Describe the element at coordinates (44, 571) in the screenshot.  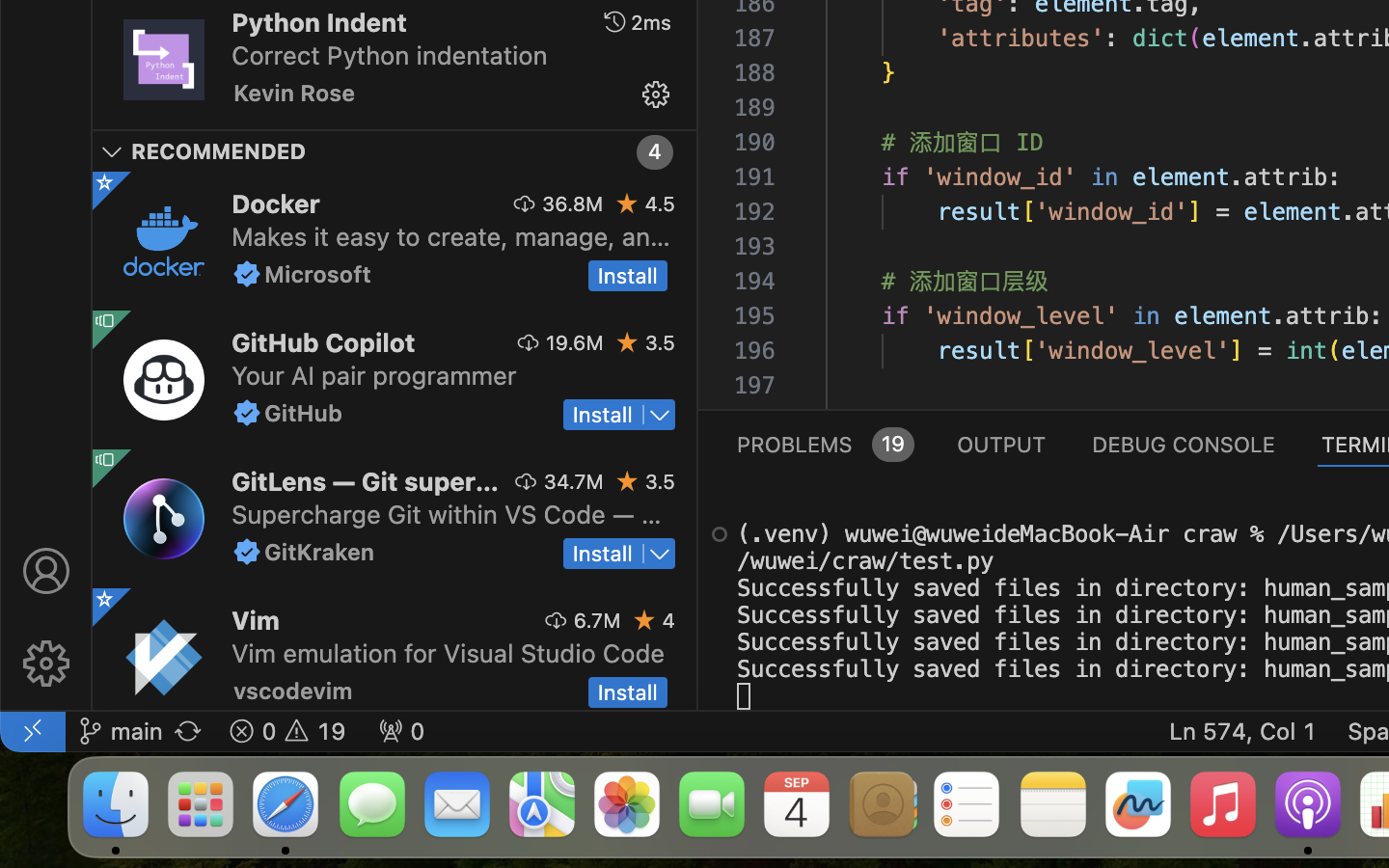
I see `''` at that location.